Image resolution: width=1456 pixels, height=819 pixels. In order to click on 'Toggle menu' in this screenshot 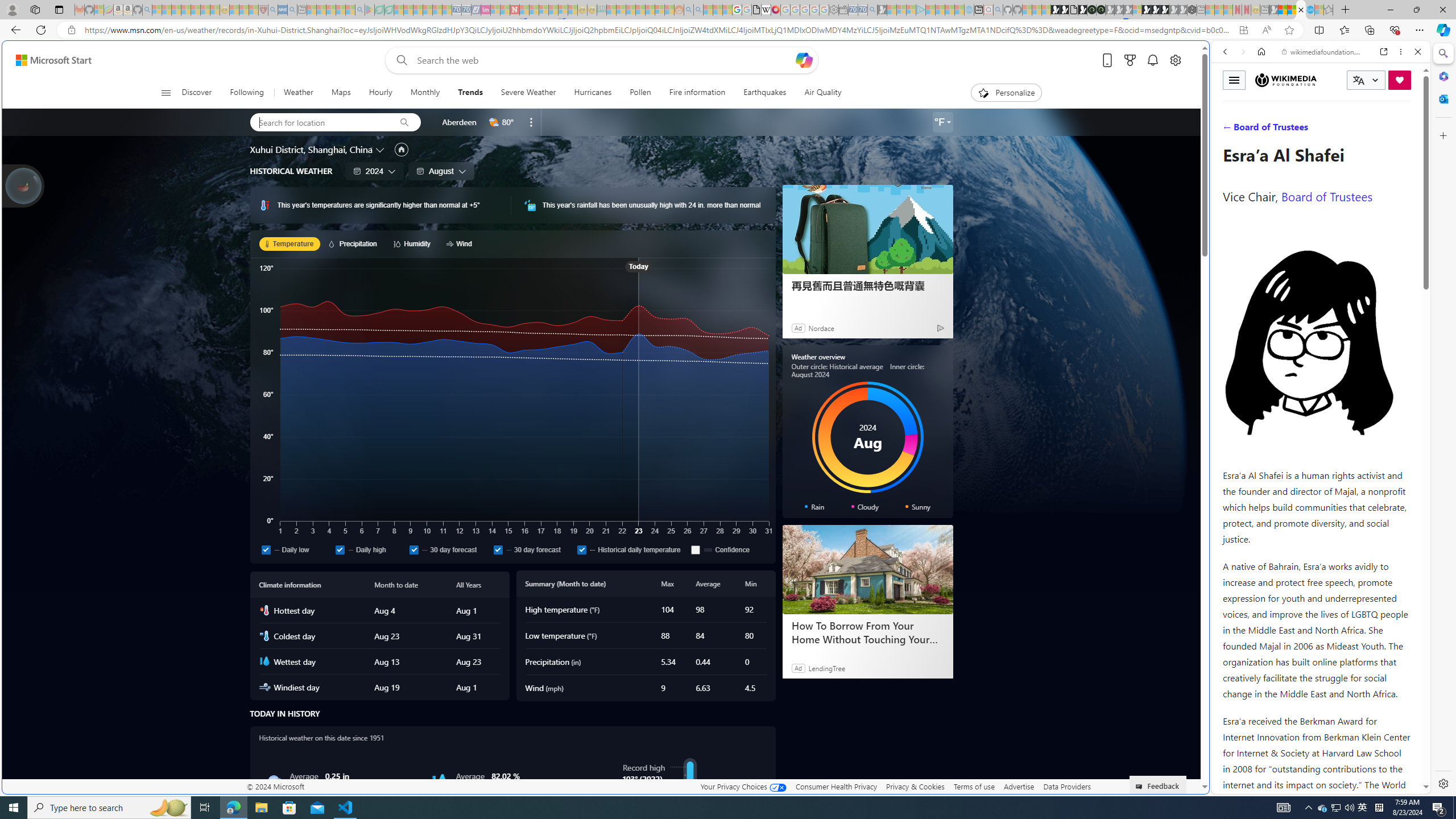, I will do `click(1233, 80)`.